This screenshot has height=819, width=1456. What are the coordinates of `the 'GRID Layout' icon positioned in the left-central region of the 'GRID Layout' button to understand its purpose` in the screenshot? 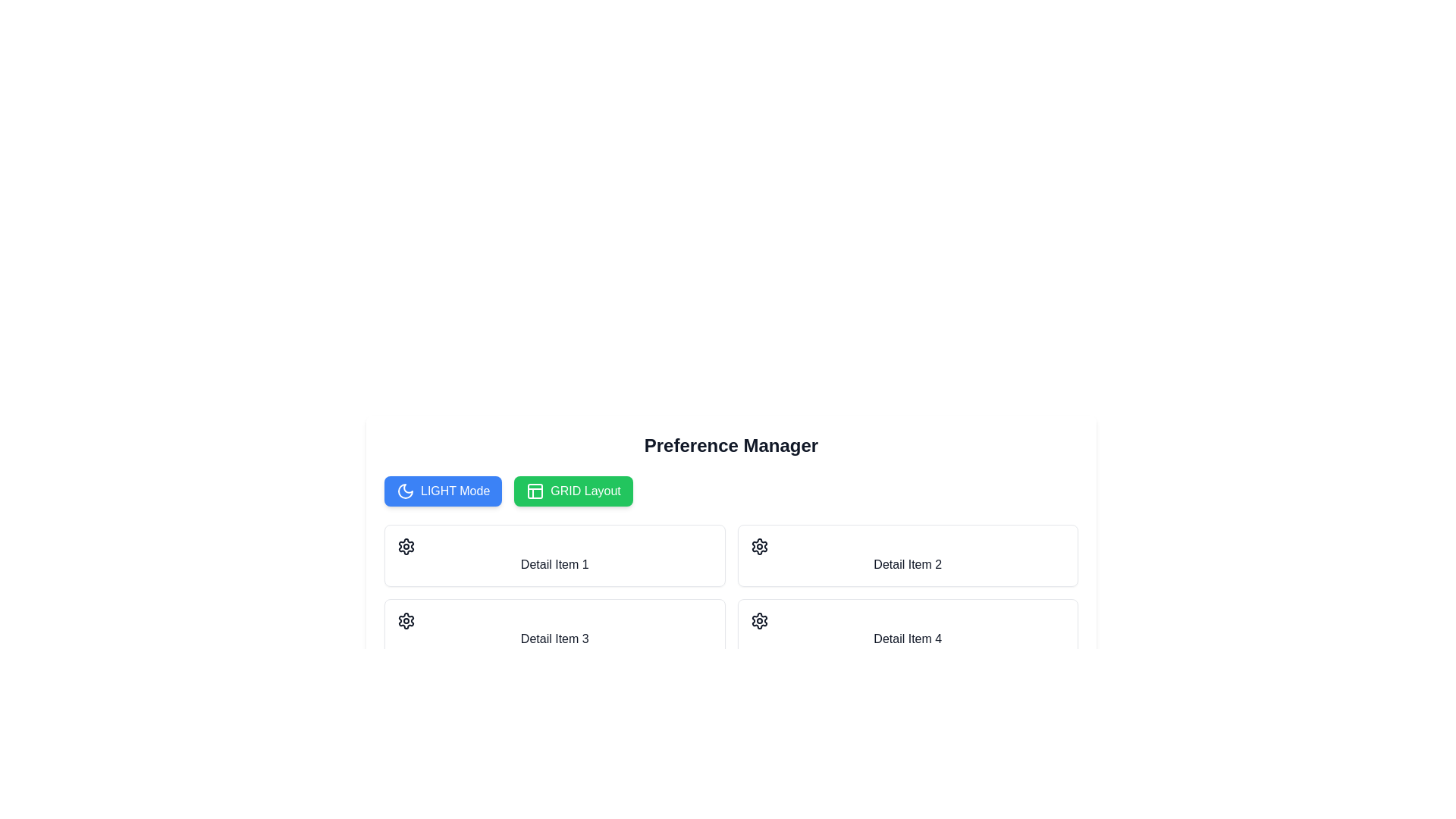 It's located at (535, 491).